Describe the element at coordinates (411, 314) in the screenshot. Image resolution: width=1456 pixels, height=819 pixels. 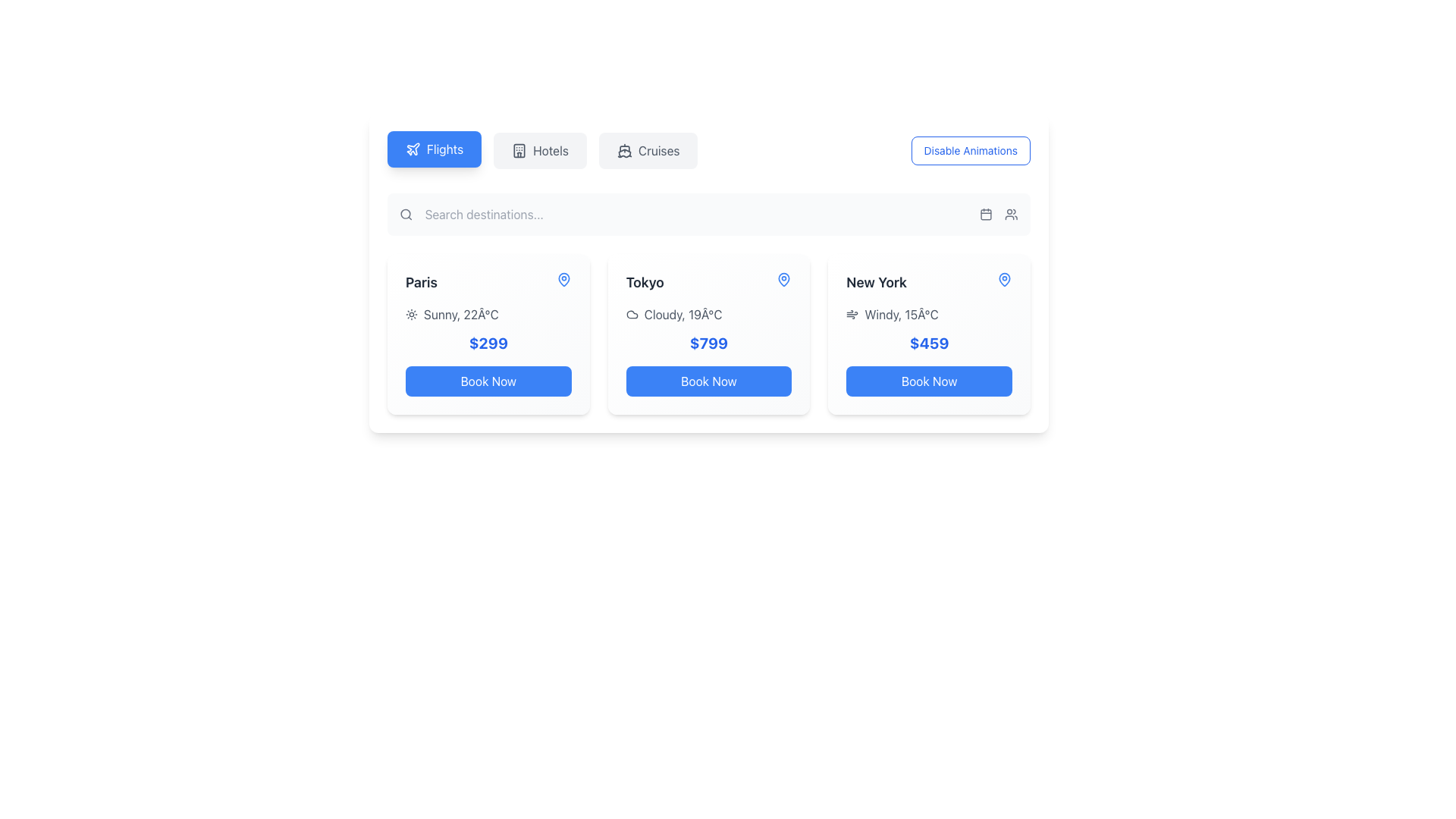
I see `the sun icon representing sunny weather conditions for Paris, located immediately to the left of the text 'Sunny, 22°C'` at that location.